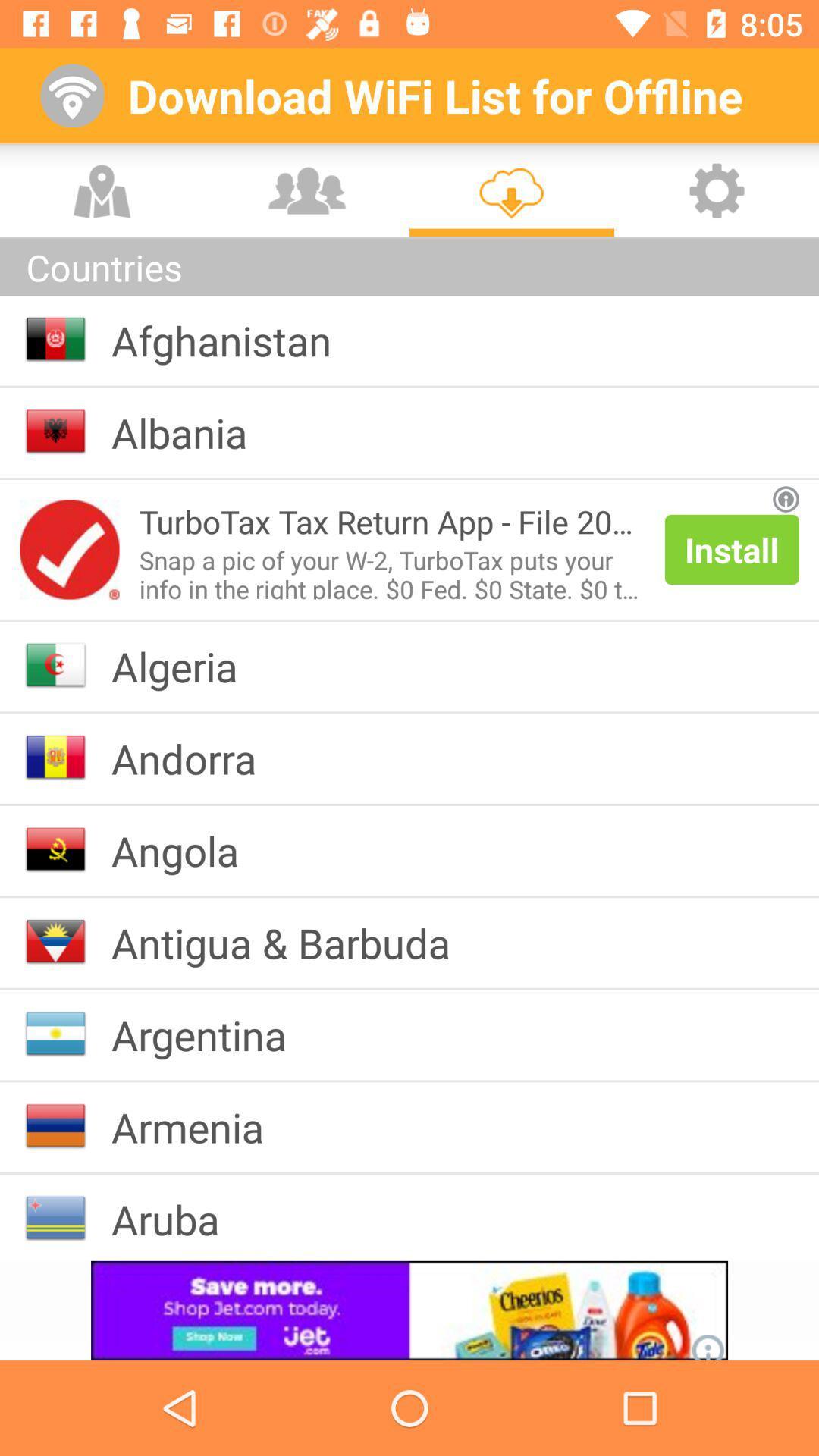 This screenshot has width=819, height=1456. Describe the element at coordinates (199, 1127) in the screenshot. I see `icon above the aruba icon` at that location.